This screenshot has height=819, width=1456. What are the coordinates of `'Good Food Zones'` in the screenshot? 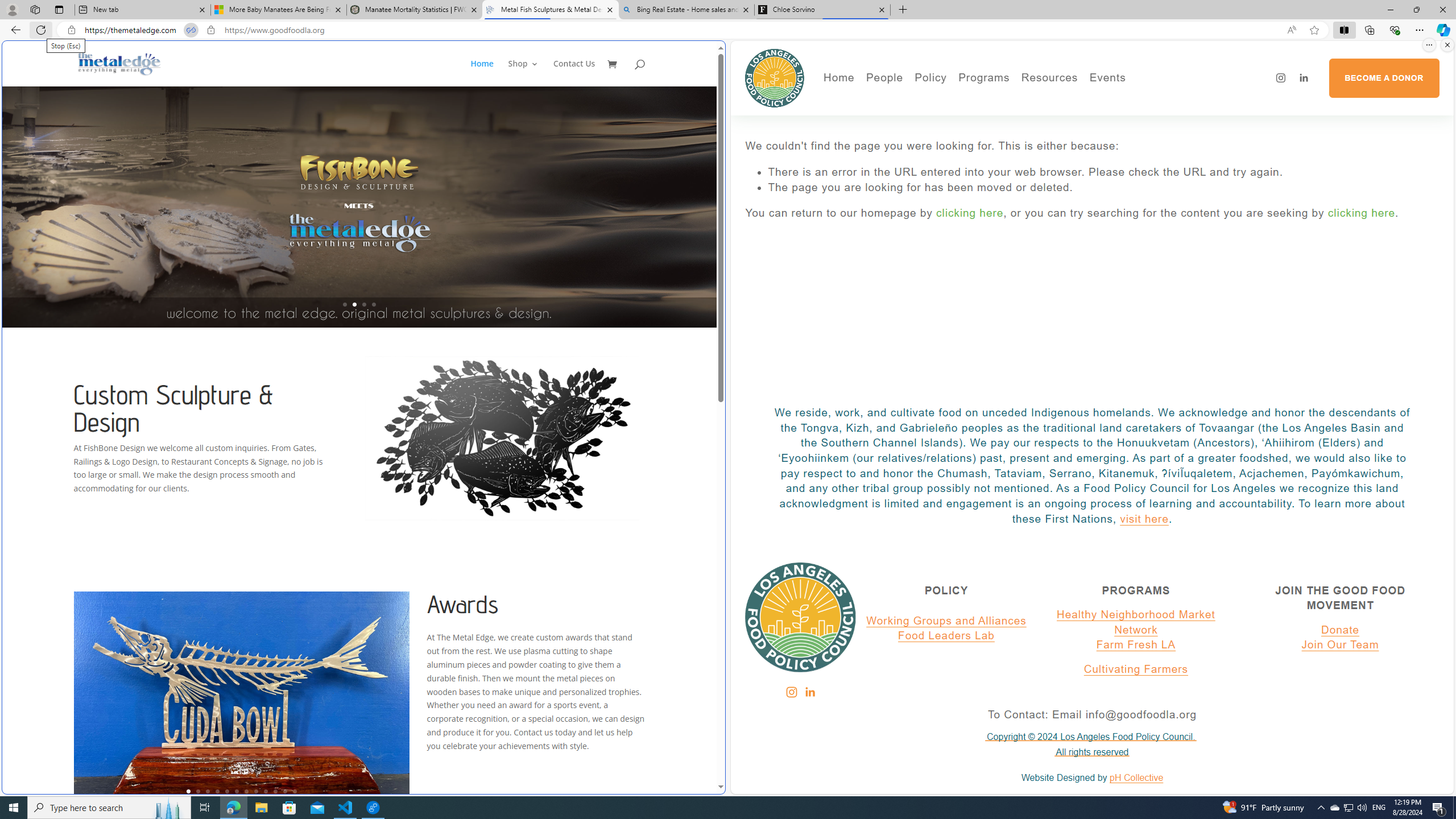 It's located at (1094, 100).